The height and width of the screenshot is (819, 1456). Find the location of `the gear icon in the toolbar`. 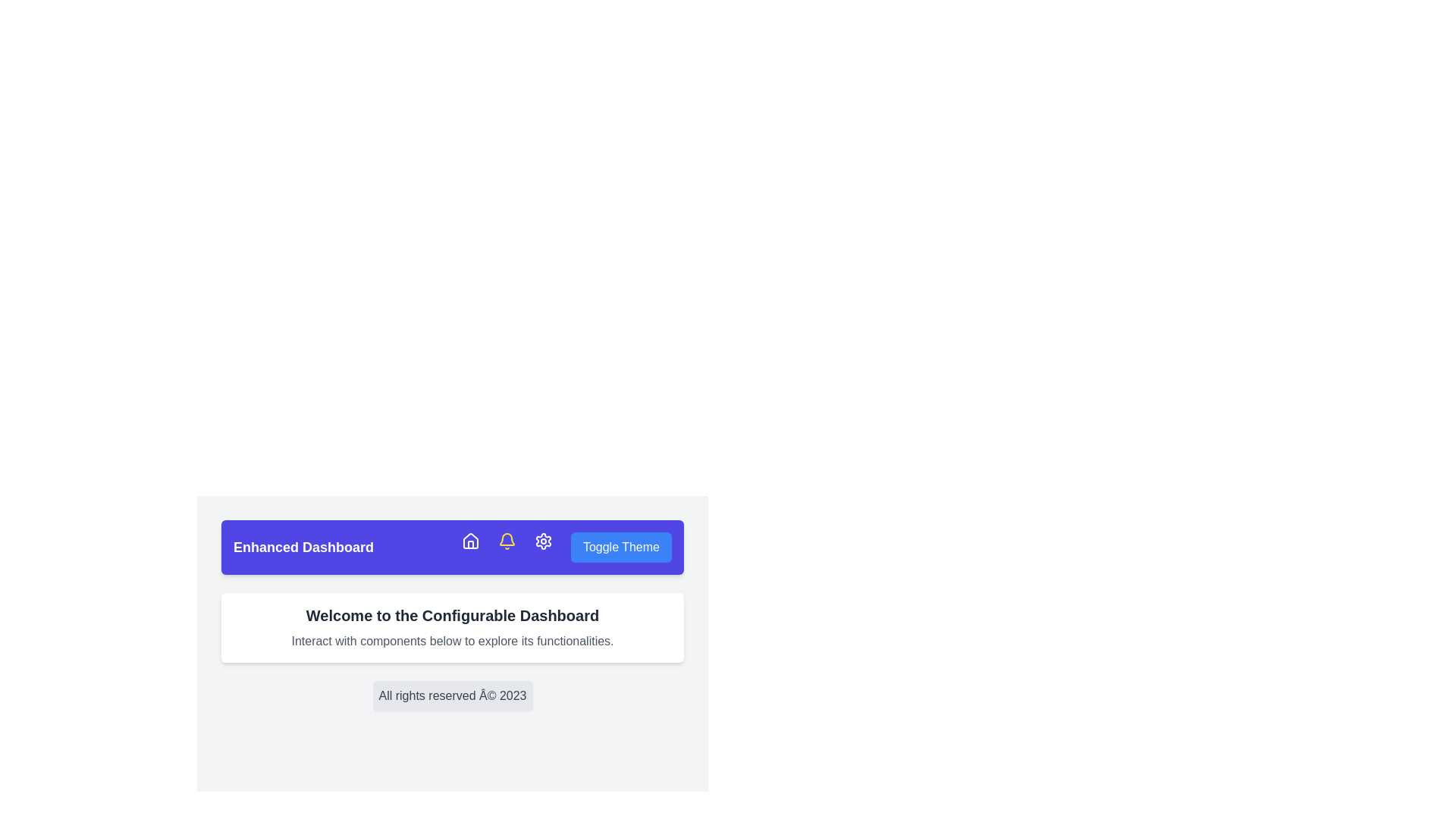

the gear icon in the toolbar is located at coordinates (543, 540).